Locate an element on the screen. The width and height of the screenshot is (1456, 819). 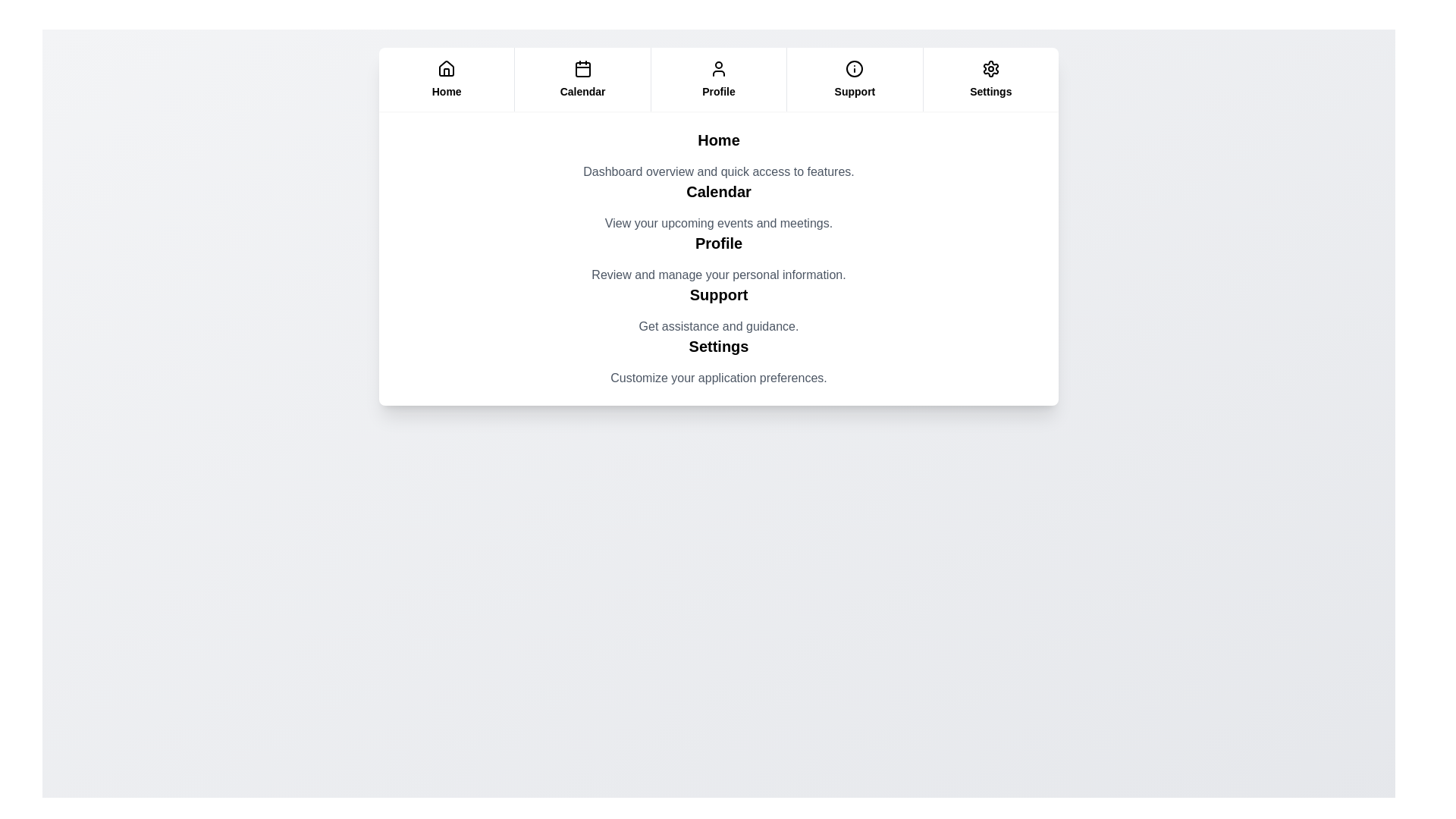
'Settings' text label located underneath the settings gear icon in the top navigation area is located at coordinates (990, 91).